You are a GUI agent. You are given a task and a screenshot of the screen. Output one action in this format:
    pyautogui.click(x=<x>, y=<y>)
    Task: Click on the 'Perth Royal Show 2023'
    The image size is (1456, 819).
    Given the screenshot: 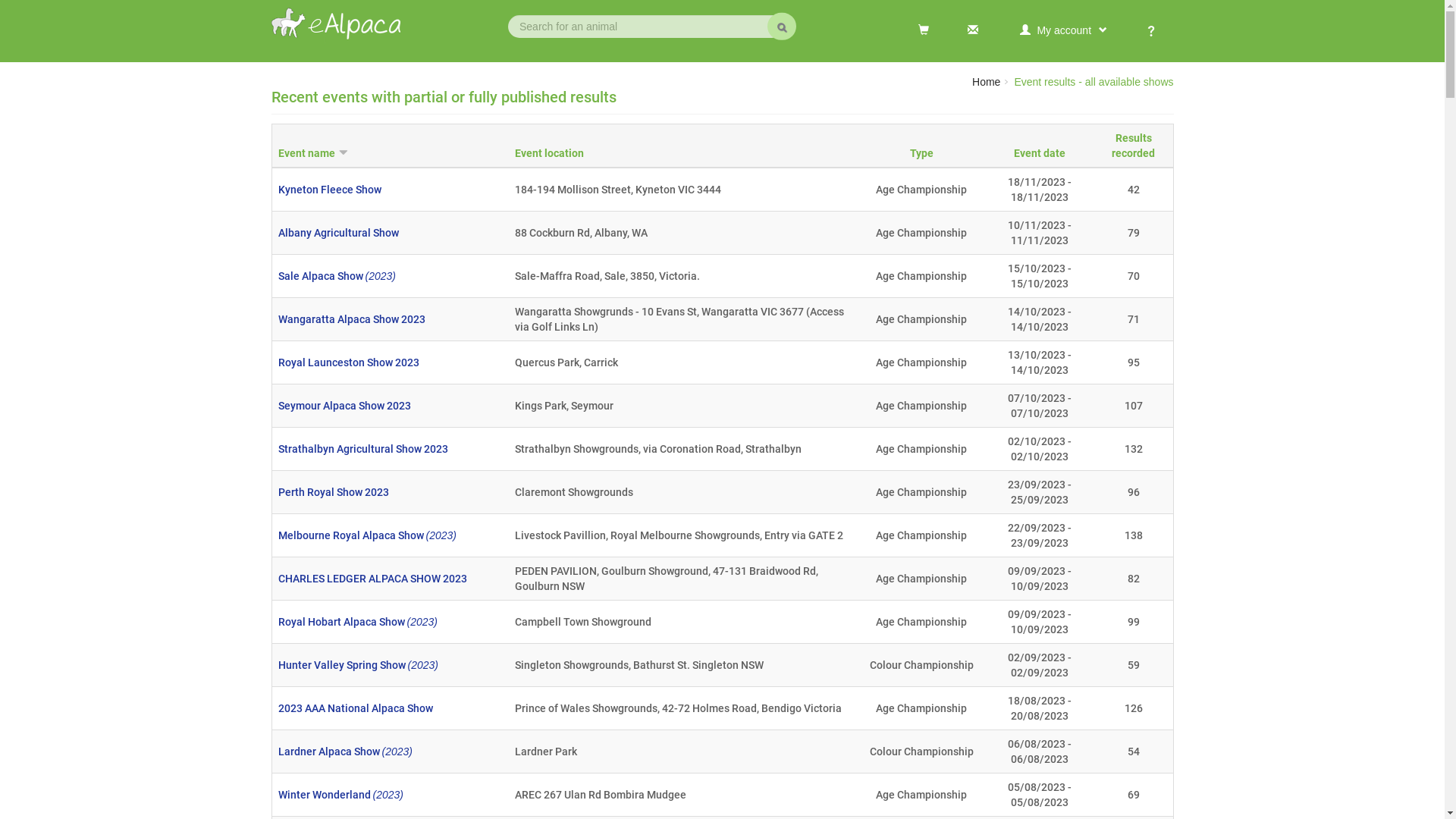 What is the action you would take?
    pyautogui.click(x=331, y=491)
    